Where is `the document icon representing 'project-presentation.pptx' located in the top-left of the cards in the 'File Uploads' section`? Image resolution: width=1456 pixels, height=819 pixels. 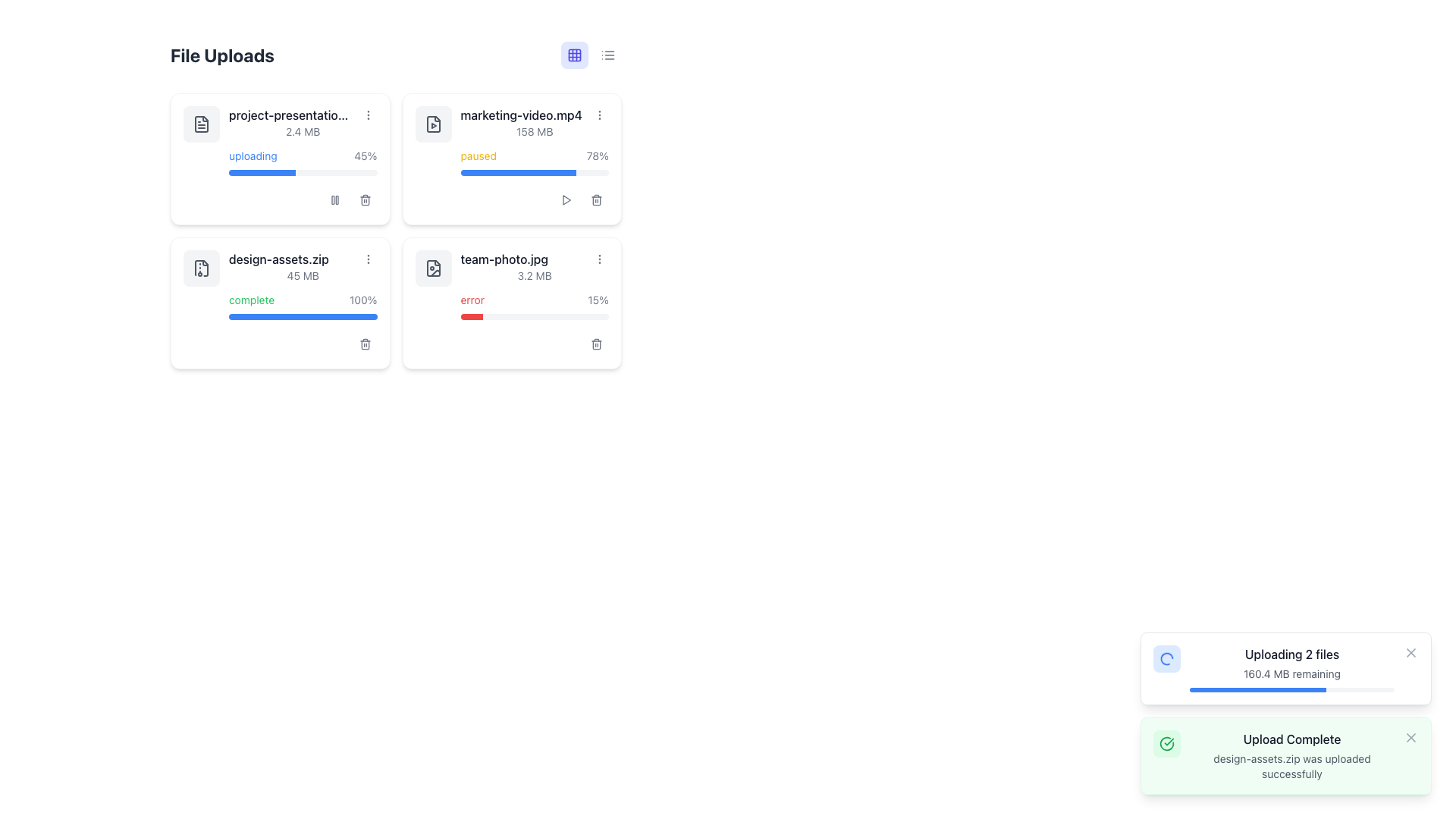 the document icon representing 'project-presentation.pptx' located in the top-left of the cards in the 'File Uploads' section is located at coordinates (200, 124).